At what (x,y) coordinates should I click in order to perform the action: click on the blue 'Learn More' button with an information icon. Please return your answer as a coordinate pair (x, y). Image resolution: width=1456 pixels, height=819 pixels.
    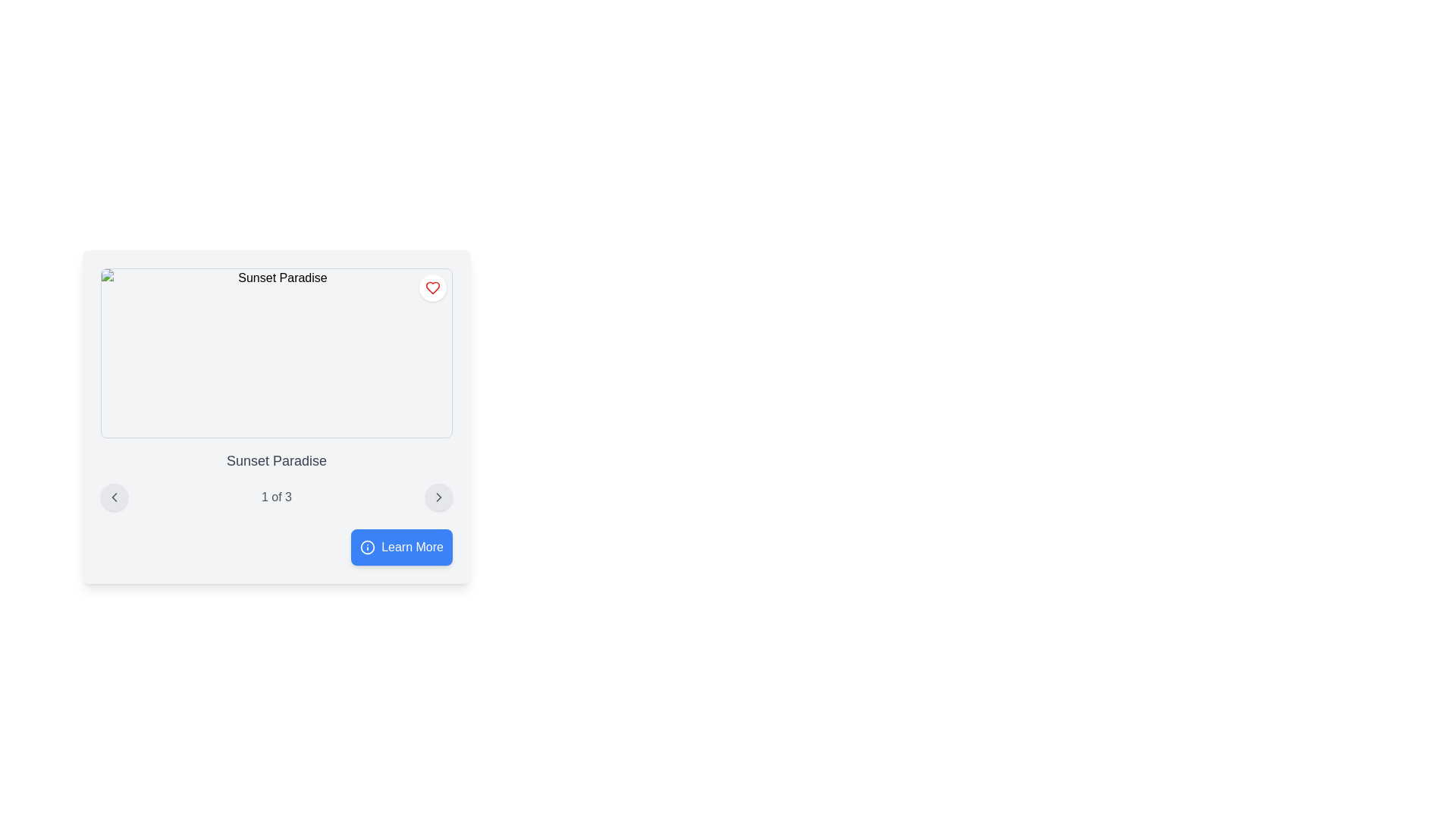
    Looking at the image, I should click on (402, 547).